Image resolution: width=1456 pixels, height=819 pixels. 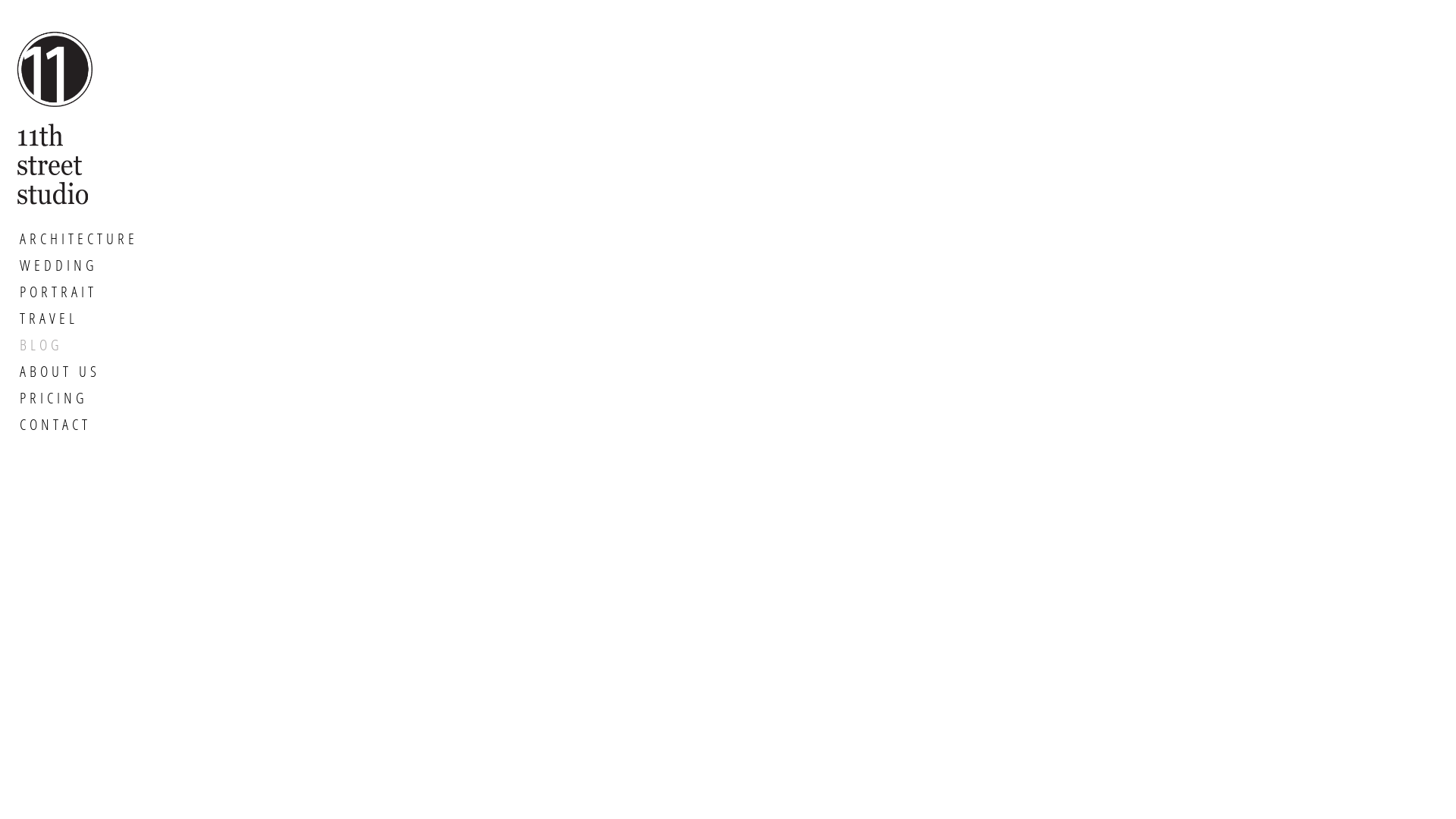 I want to click on 'BLOG', so click(x=78, y=345).